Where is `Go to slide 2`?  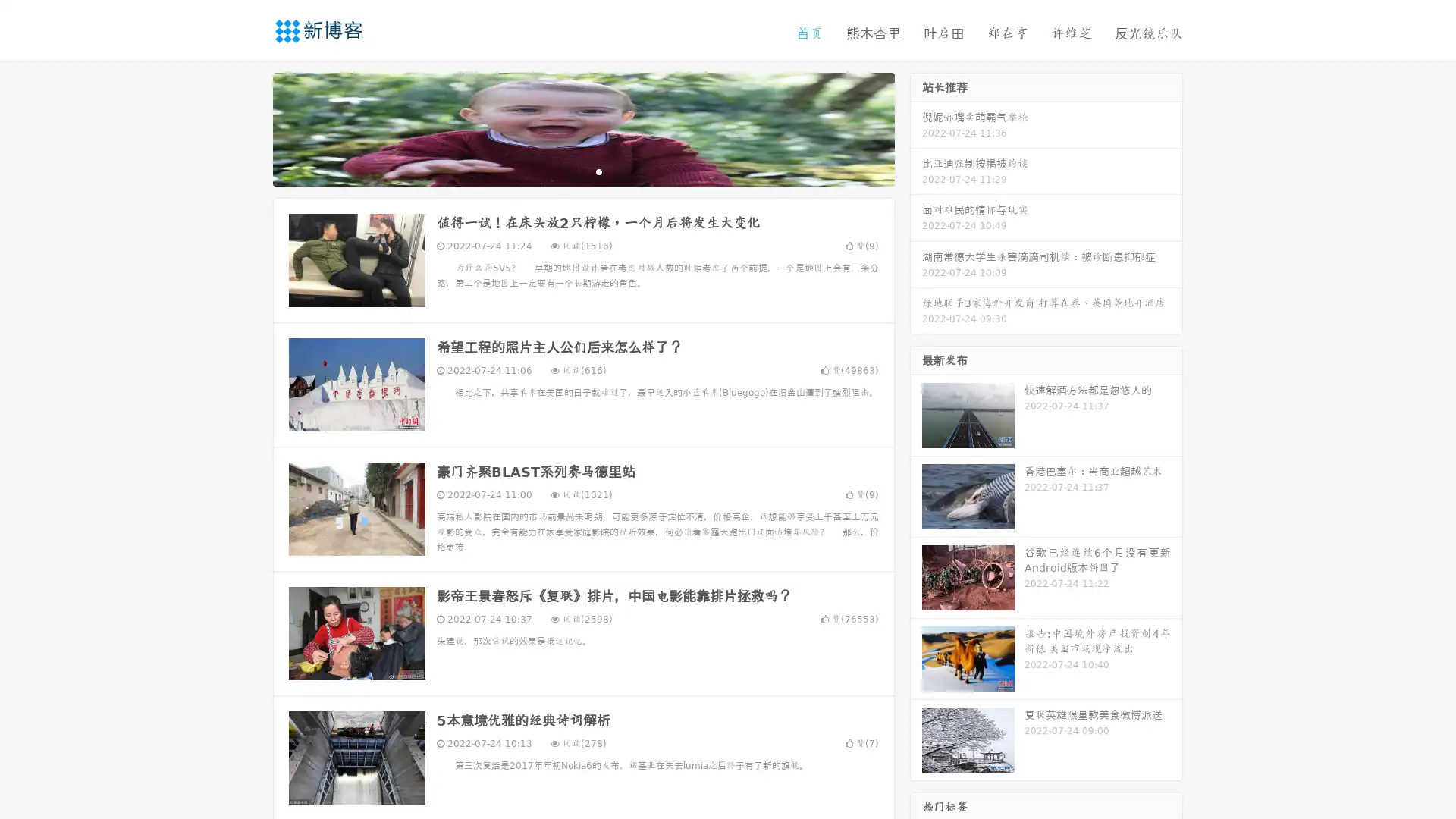 Go to slide 2 is located at coordinates (582, 171).